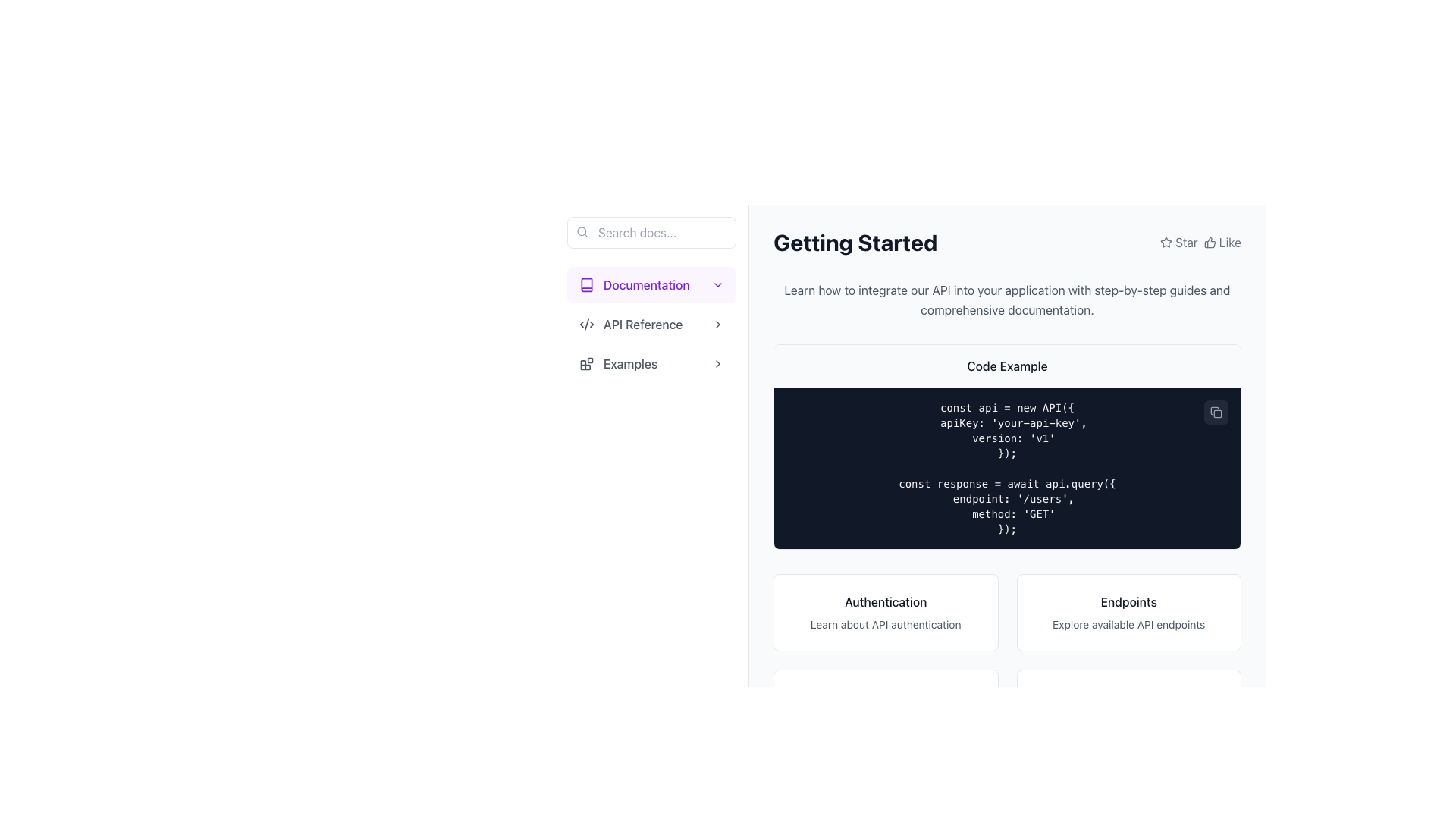 The width and height of the screenshot is (1456, 819). Describe the element at coordinates (886, 611) in the screenshot. I see `the first informational card about API authentication located in the top row of the grid structure` at that location.